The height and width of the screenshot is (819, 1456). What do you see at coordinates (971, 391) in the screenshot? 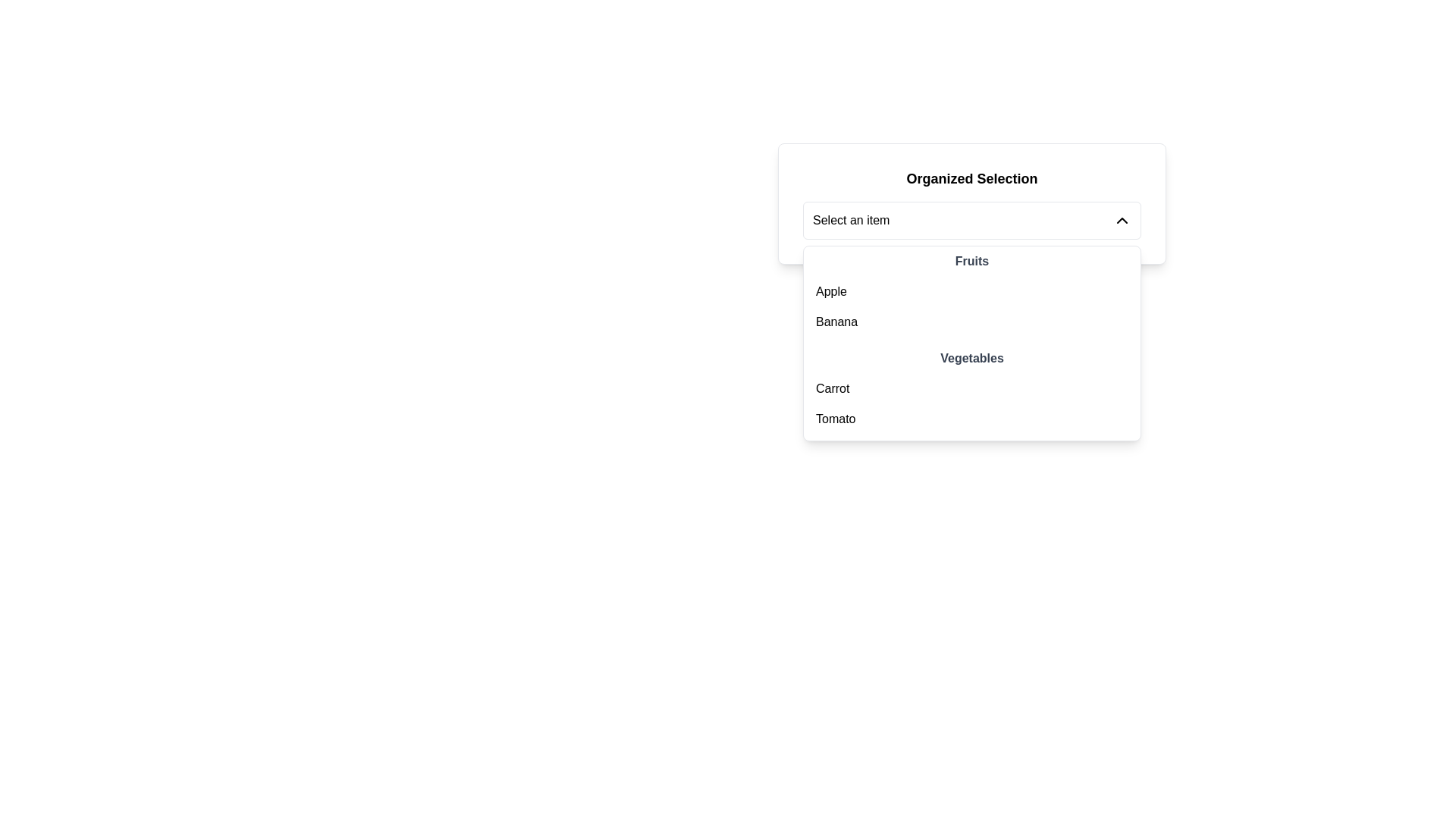
I see `the 'Carrot' option within the 'Vegetables' dropdown menu section, which is the second section beneath 'Fruits'` at bounding box center [971, 391].